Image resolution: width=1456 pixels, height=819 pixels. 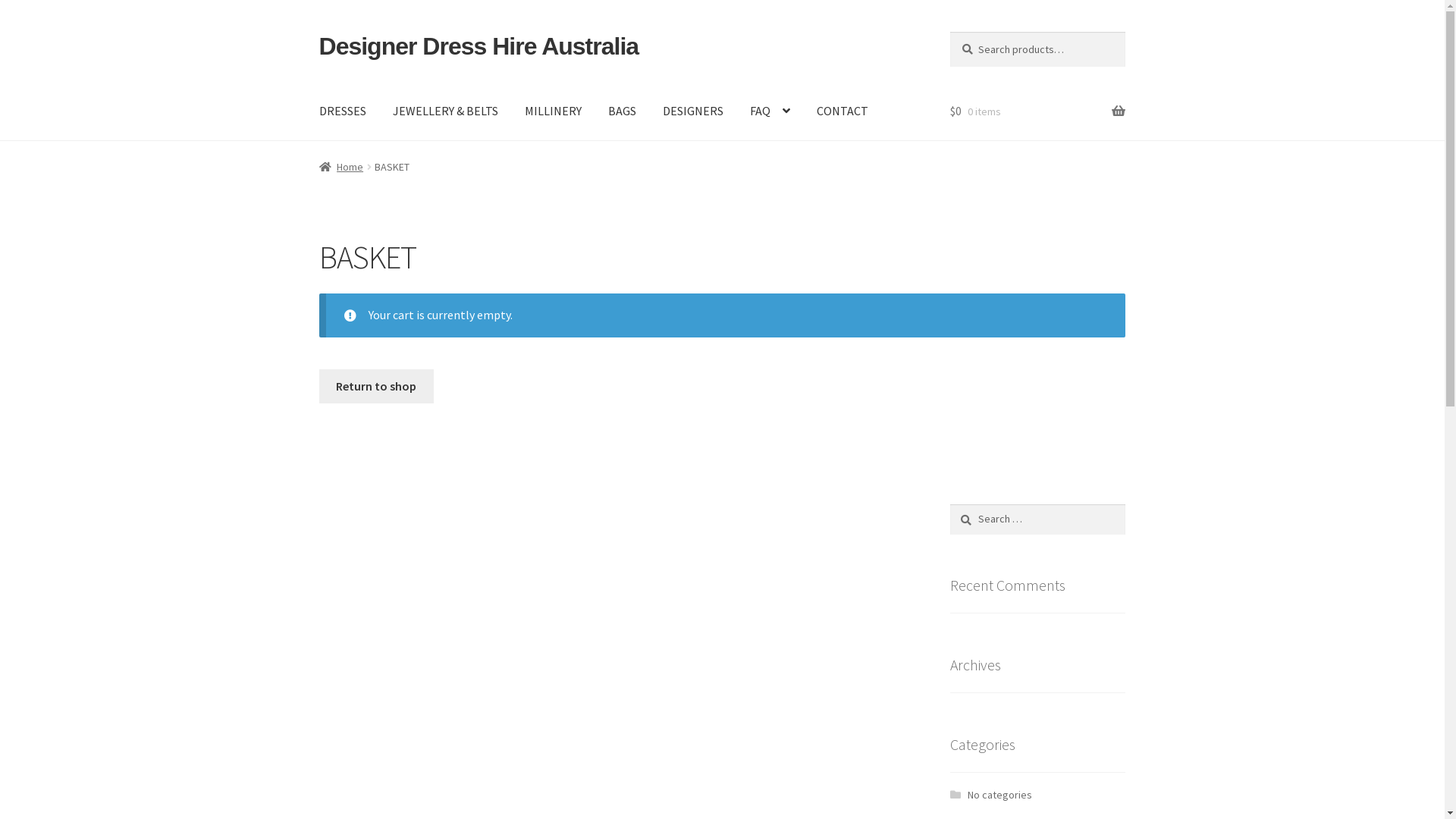 I want to click on 'DRESSES', so click(x=341, y=110).